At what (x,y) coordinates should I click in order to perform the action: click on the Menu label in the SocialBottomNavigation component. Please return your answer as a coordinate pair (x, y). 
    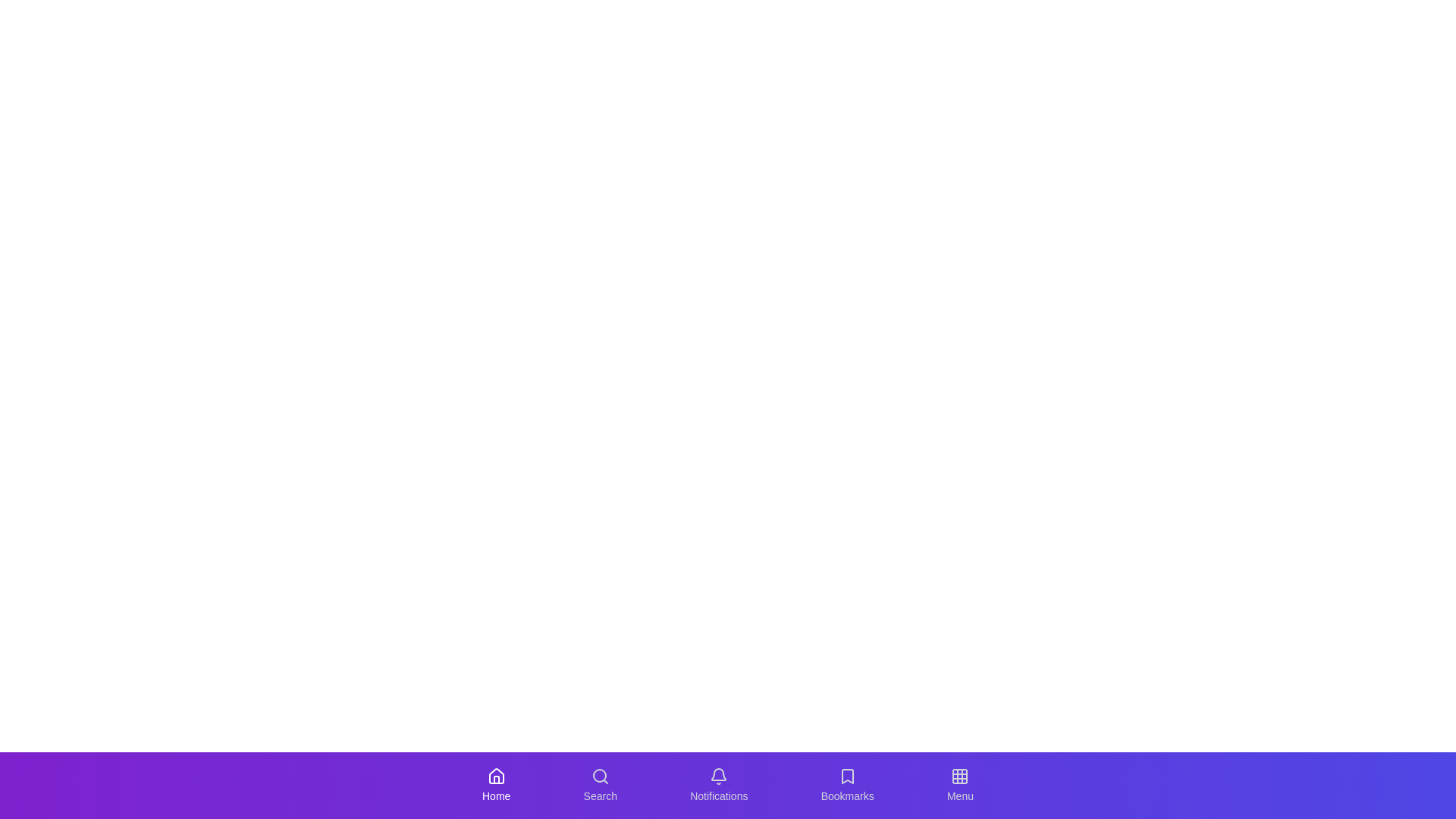
    Looking at the image, I should click on (959, 795).